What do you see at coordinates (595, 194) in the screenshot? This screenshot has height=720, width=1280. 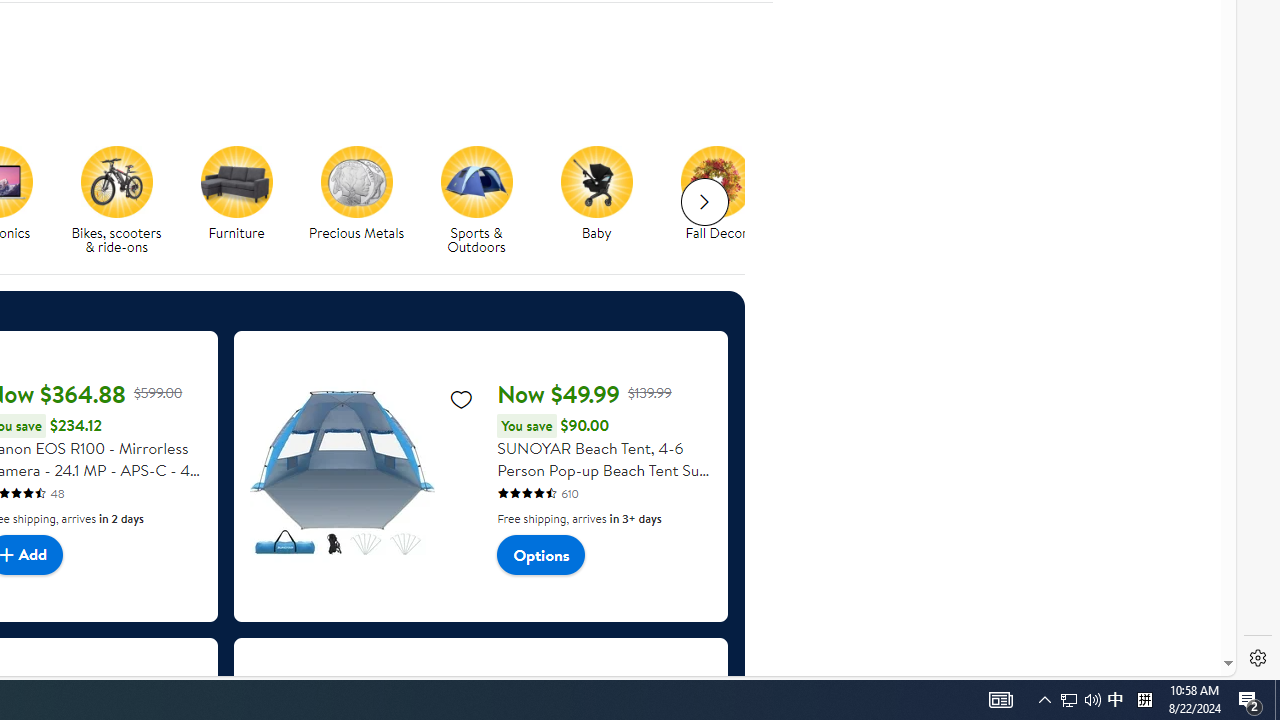 I see `'Baby Baby'` at bounding box center [595, 194].